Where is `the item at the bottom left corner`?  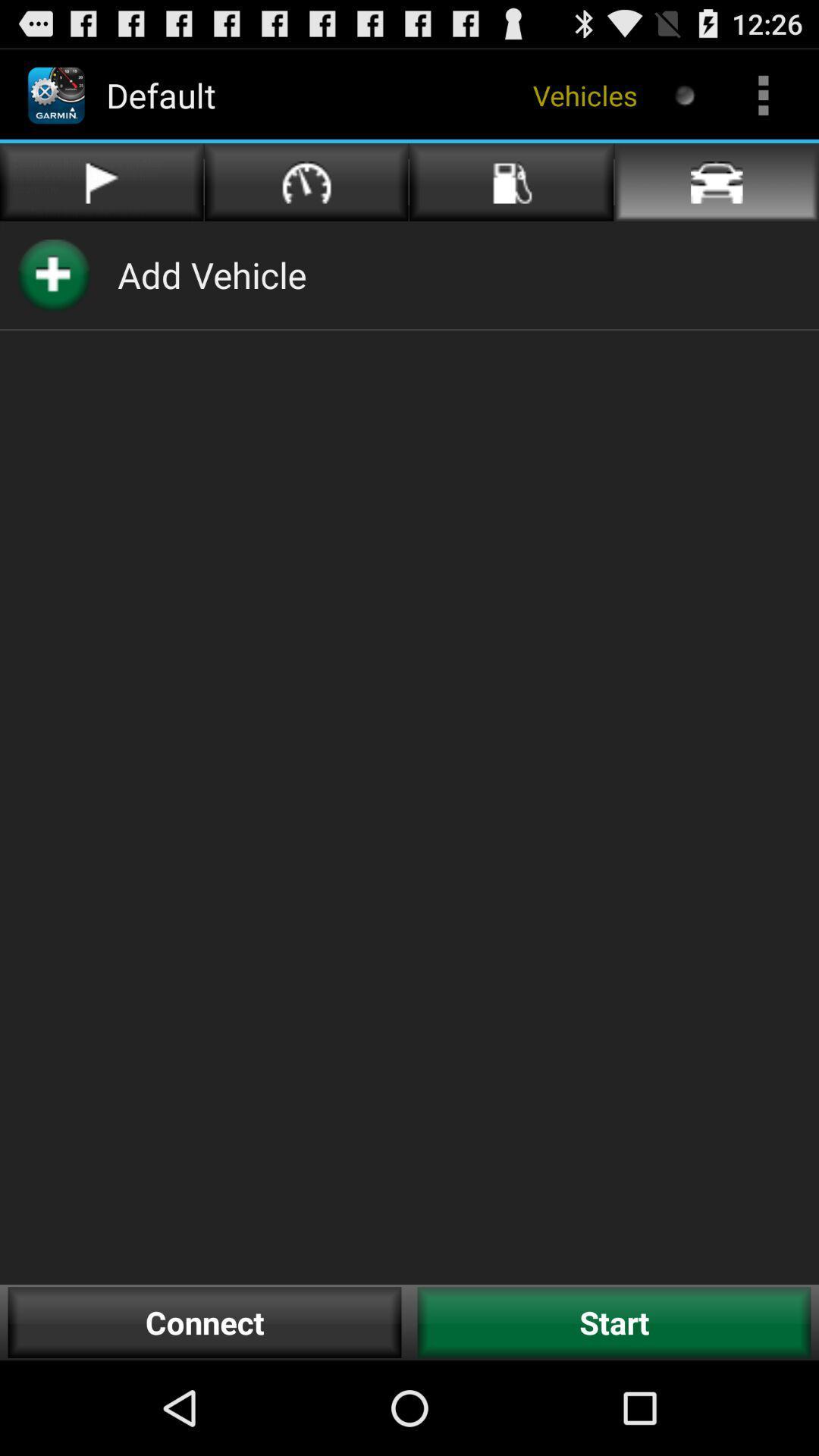
the item at the bottom left corner is located at coordinates (205, 1322).